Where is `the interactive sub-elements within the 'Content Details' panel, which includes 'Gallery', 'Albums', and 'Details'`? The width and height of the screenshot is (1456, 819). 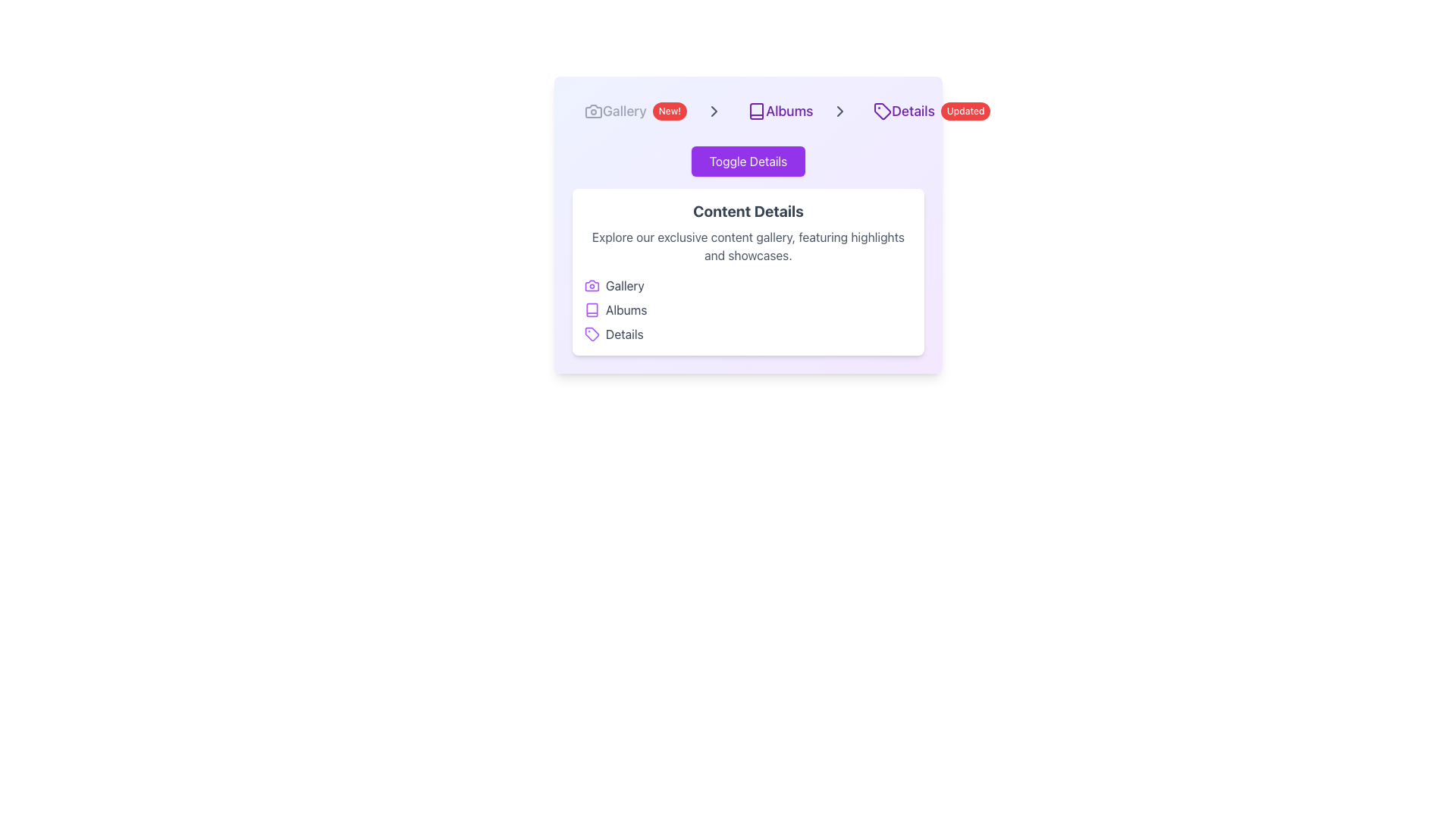 the interactive sub-elements within the 'Content Details' panel, which includes 'Gallery', 'Albums', and 'Details' is located at coordinates (748, 250).